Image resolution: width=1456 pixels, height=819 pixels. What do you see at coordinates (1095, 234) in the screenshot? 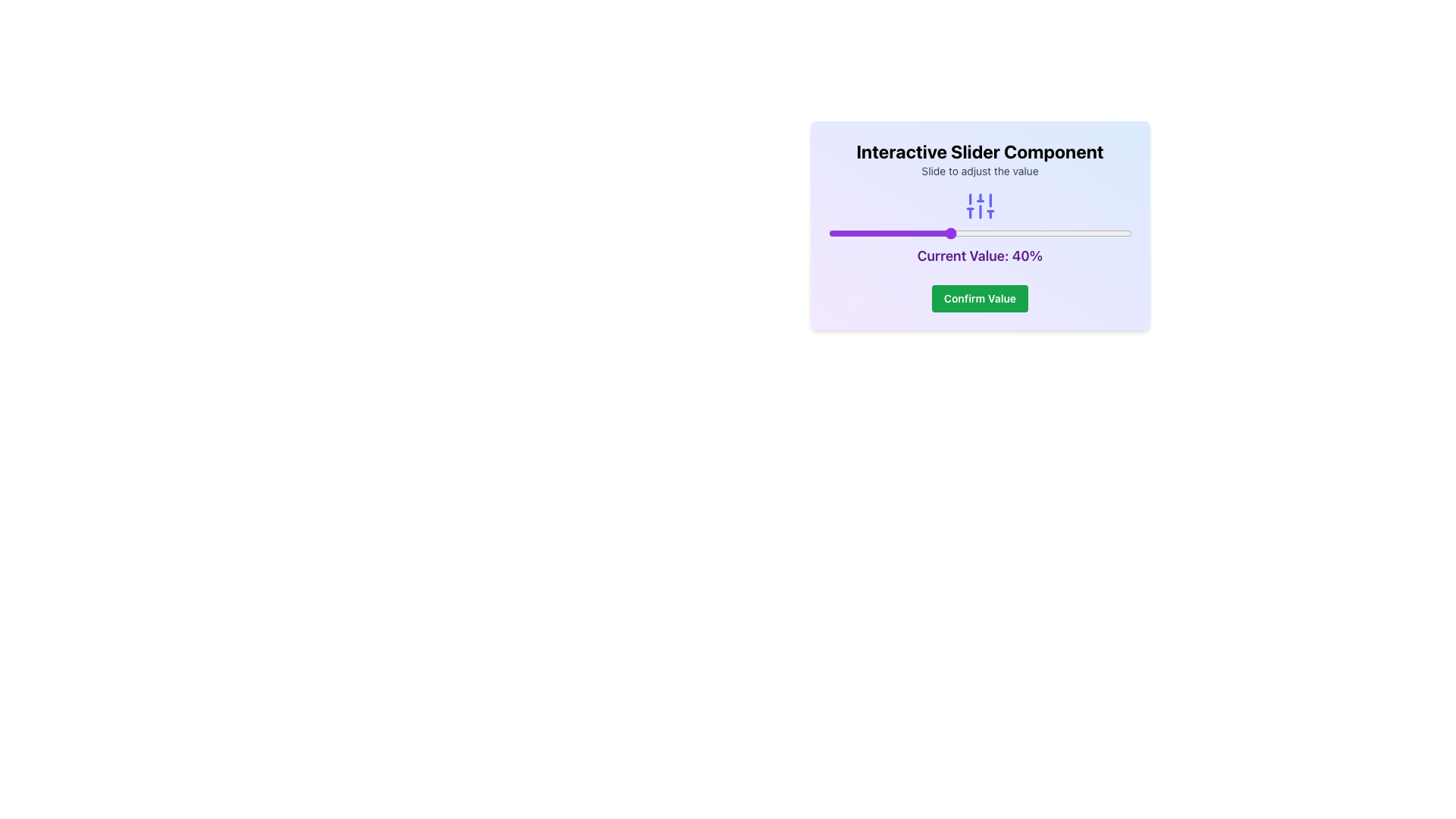
I see `the slider value` at bounding box center [1095, 234].